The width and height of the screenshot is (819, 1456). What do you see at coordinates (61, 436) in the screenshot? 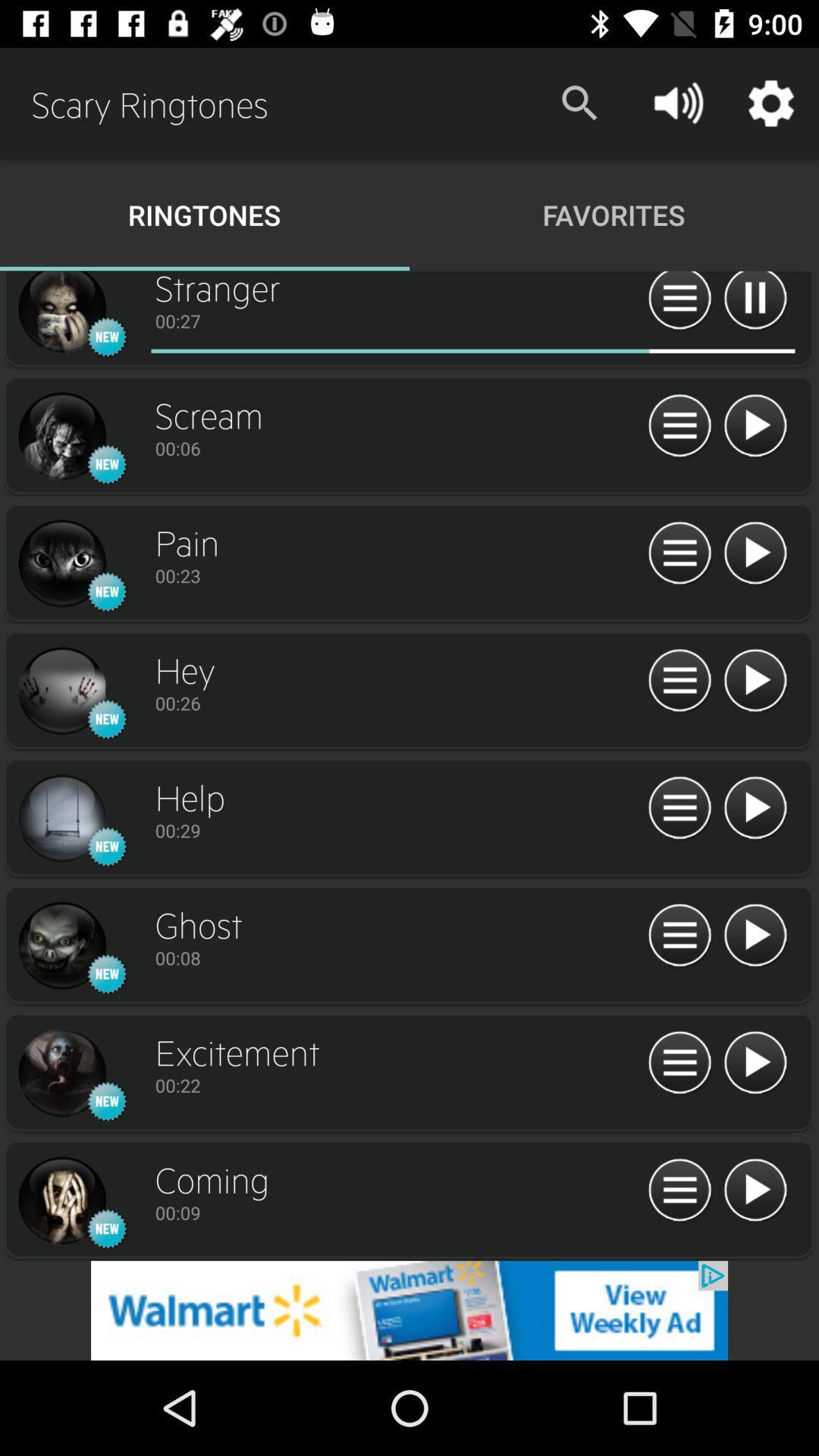
I see `open track` at bounding box center [61, 436].